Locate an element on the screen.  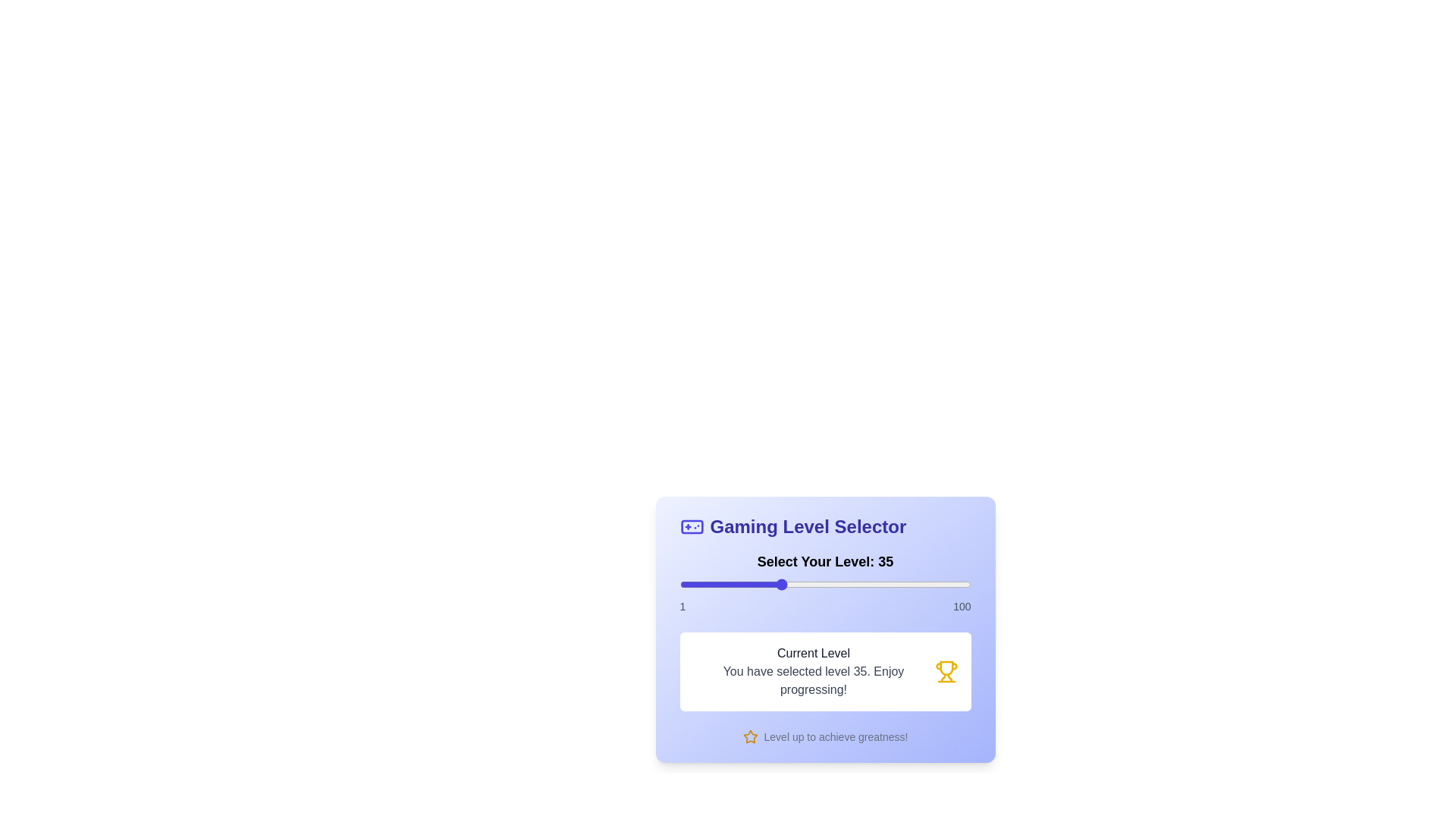
the level is located at coordinates (764, 584).